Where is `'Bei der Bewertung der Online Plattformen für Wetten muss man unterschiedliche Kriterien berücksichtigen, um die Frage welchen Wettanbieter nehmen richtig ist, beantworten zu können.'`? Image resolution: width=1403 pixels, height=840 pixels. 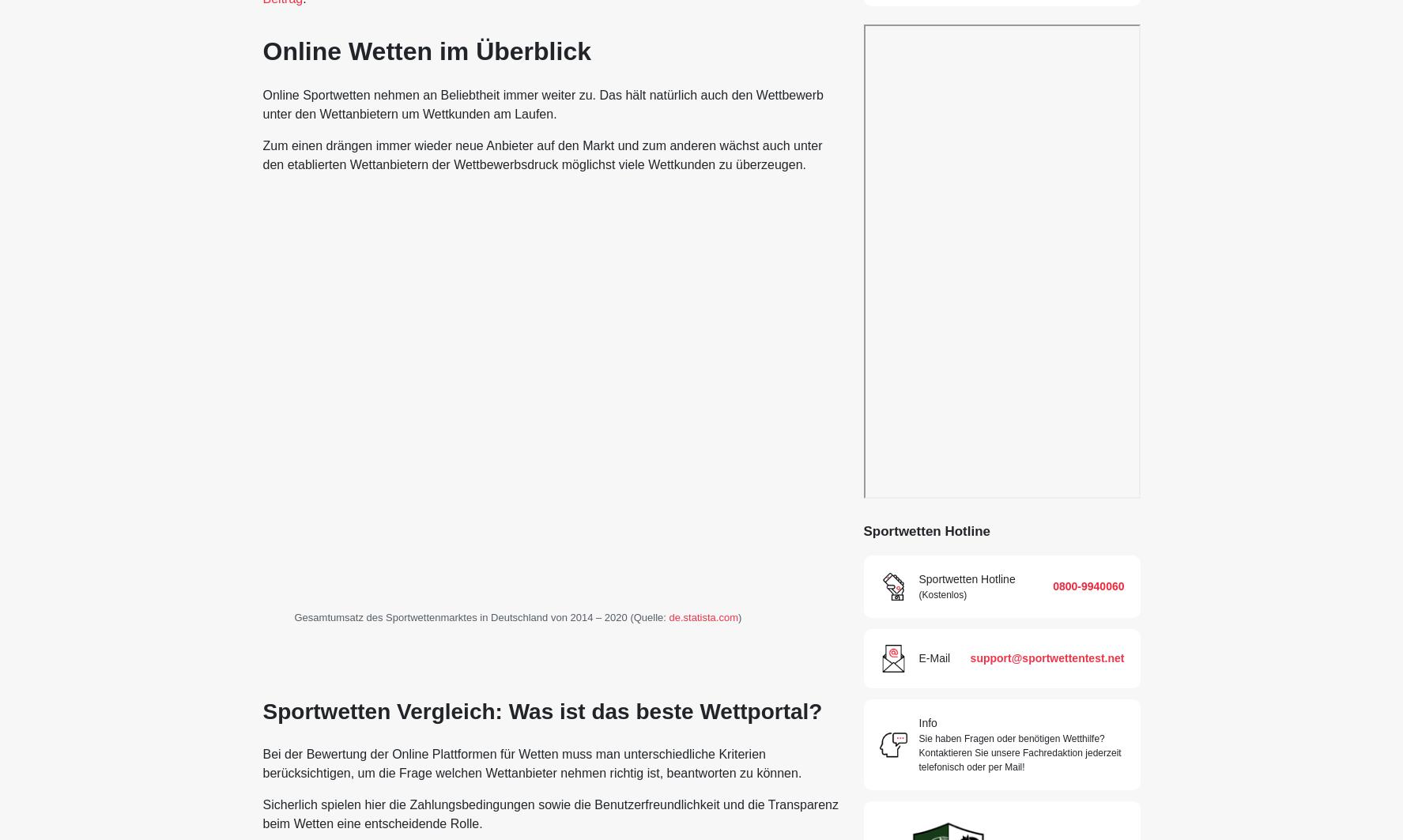 'Bei der Bewertung der Online Plattformen für Wetten muss man unterschiedliche Kriterien berücksichtigen, um die Frage welchen Wettanbieter nehmen richtig ist, beantworten zu können.' is located at coordinates (531, 762).